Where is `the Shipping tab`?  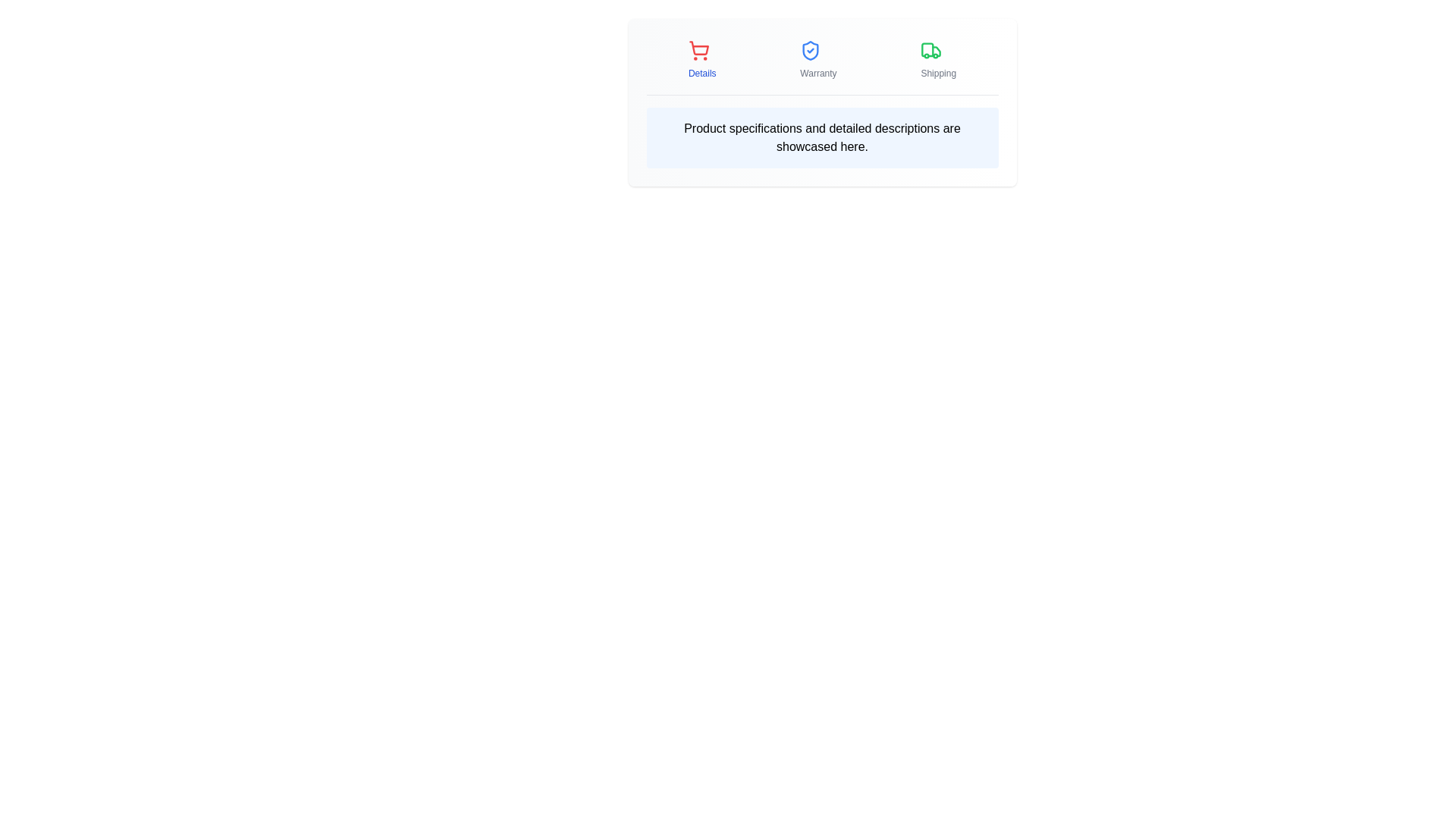 the Shipping tab is located at coordinates (937, 58).